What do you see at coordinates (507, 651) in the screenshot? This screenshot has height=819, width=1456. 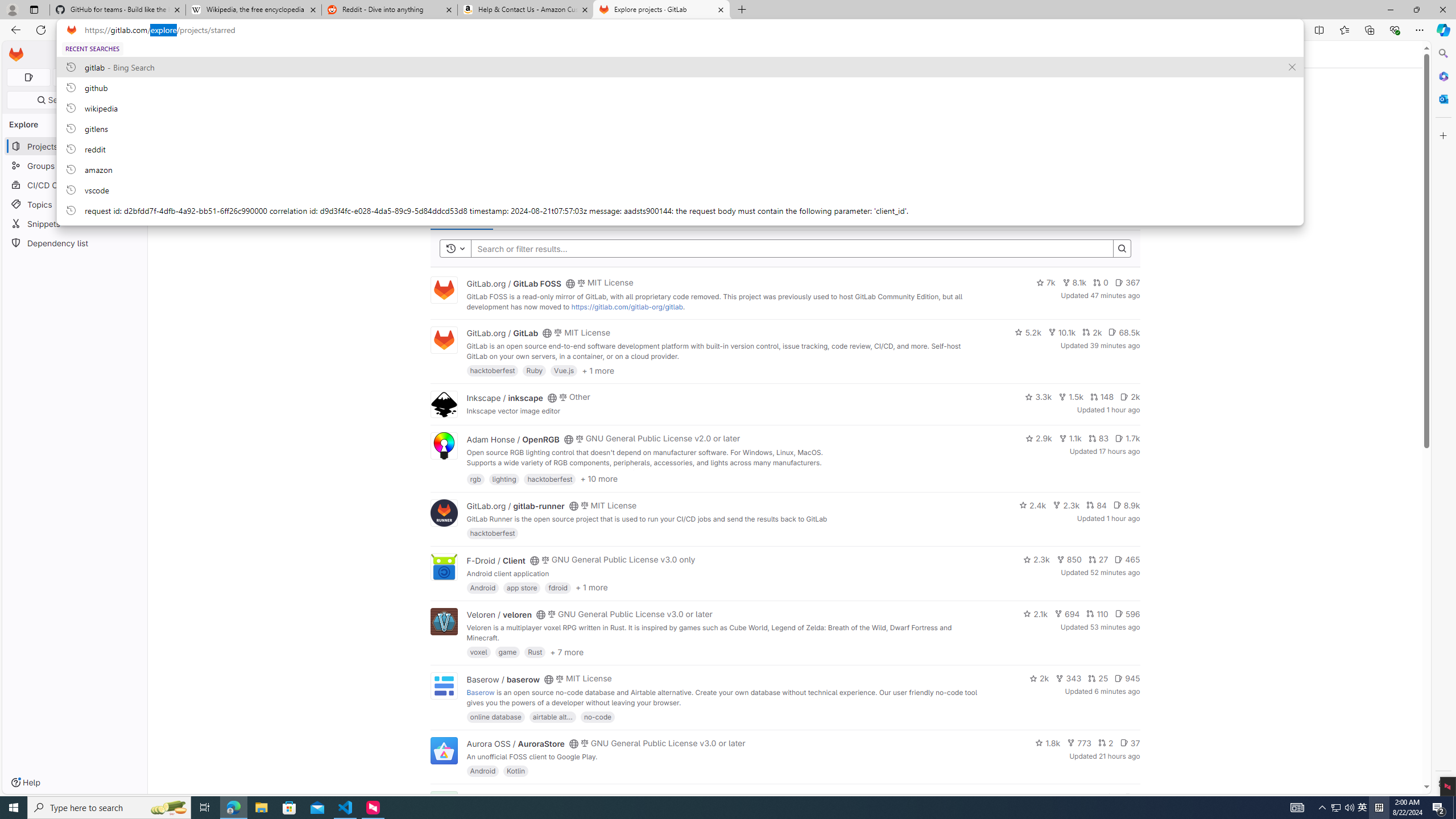 I see `'game'` at bounding box center [507, 651].